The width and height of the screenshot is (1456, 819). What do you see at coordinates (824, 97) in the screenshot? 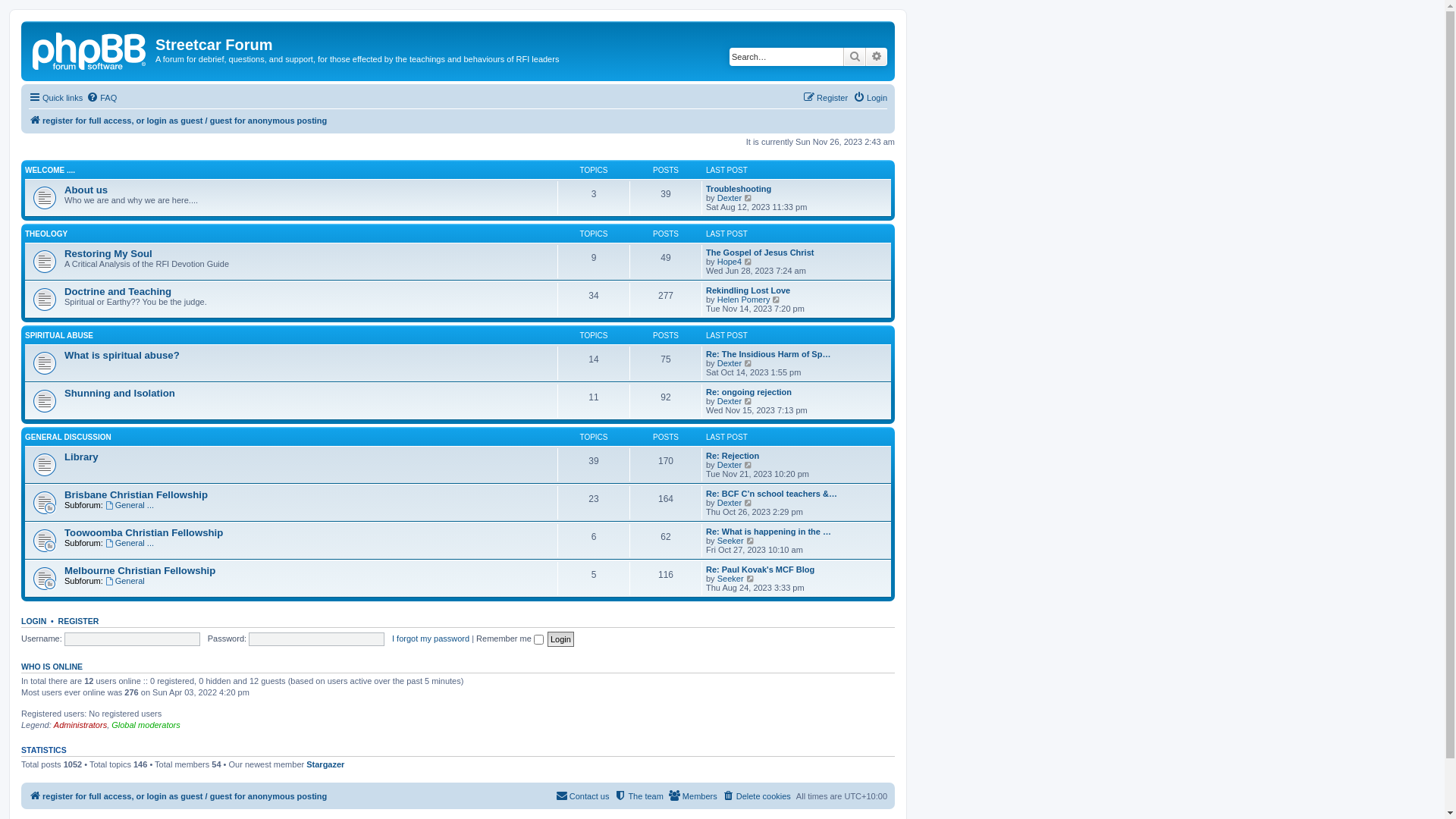
I see `'Register'` at bounding box center [824, 97].